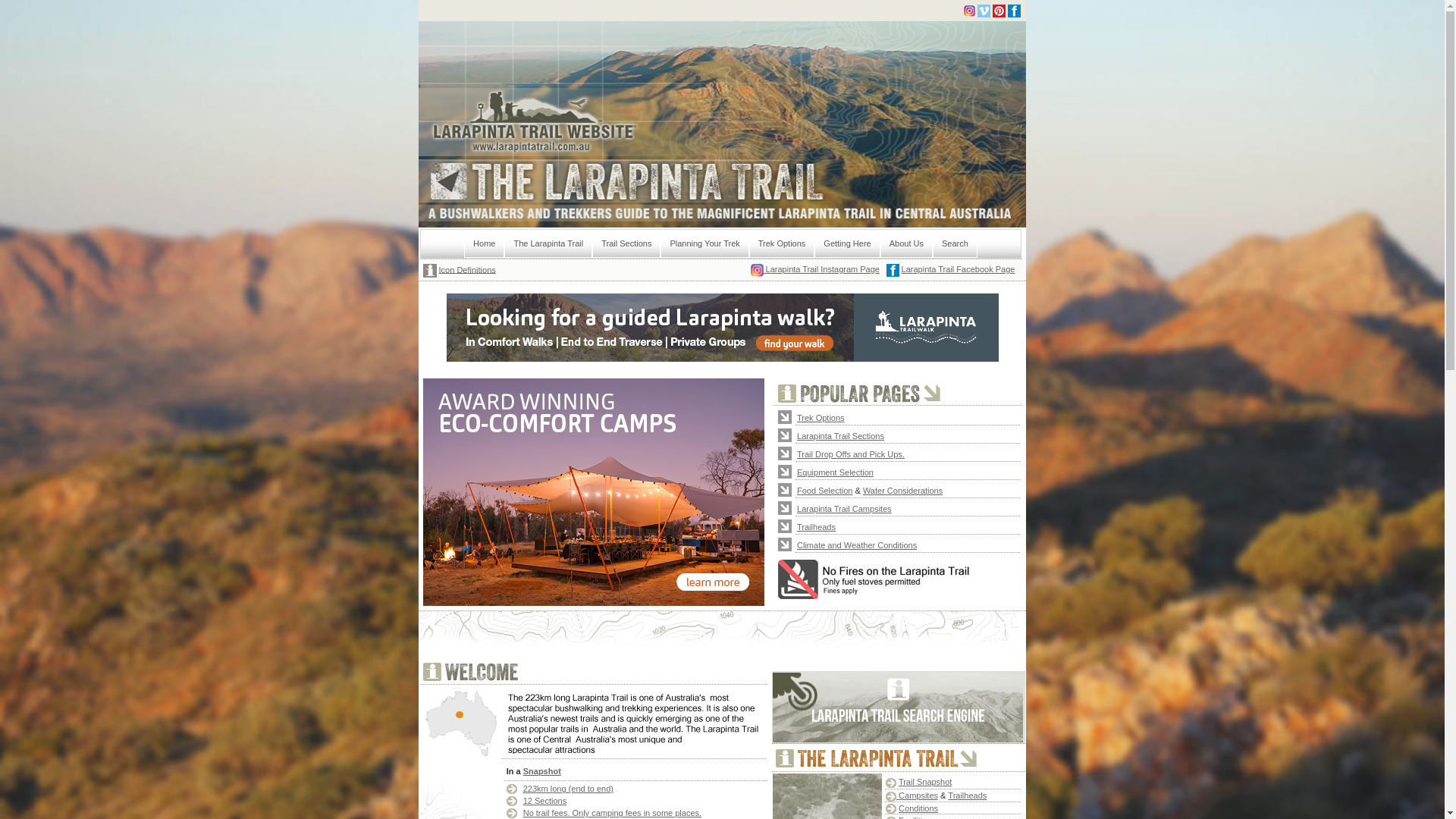 The width and height of the screenshot is (1456, 819). I want to click on 'About Us', so click(906, 243).